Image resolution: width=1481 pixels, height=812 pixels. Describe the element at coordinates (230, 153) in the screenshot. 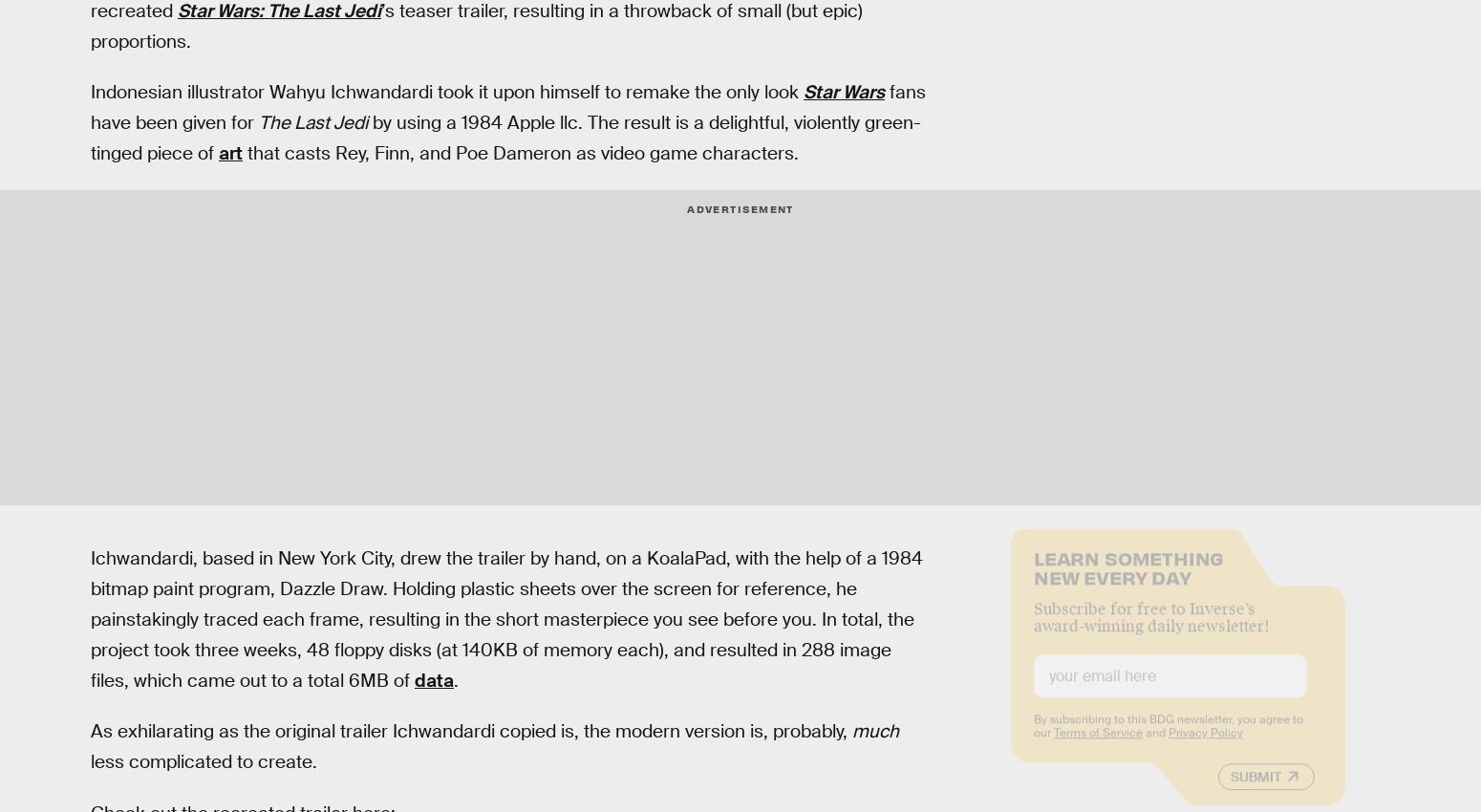

I see `'art'` at that location.